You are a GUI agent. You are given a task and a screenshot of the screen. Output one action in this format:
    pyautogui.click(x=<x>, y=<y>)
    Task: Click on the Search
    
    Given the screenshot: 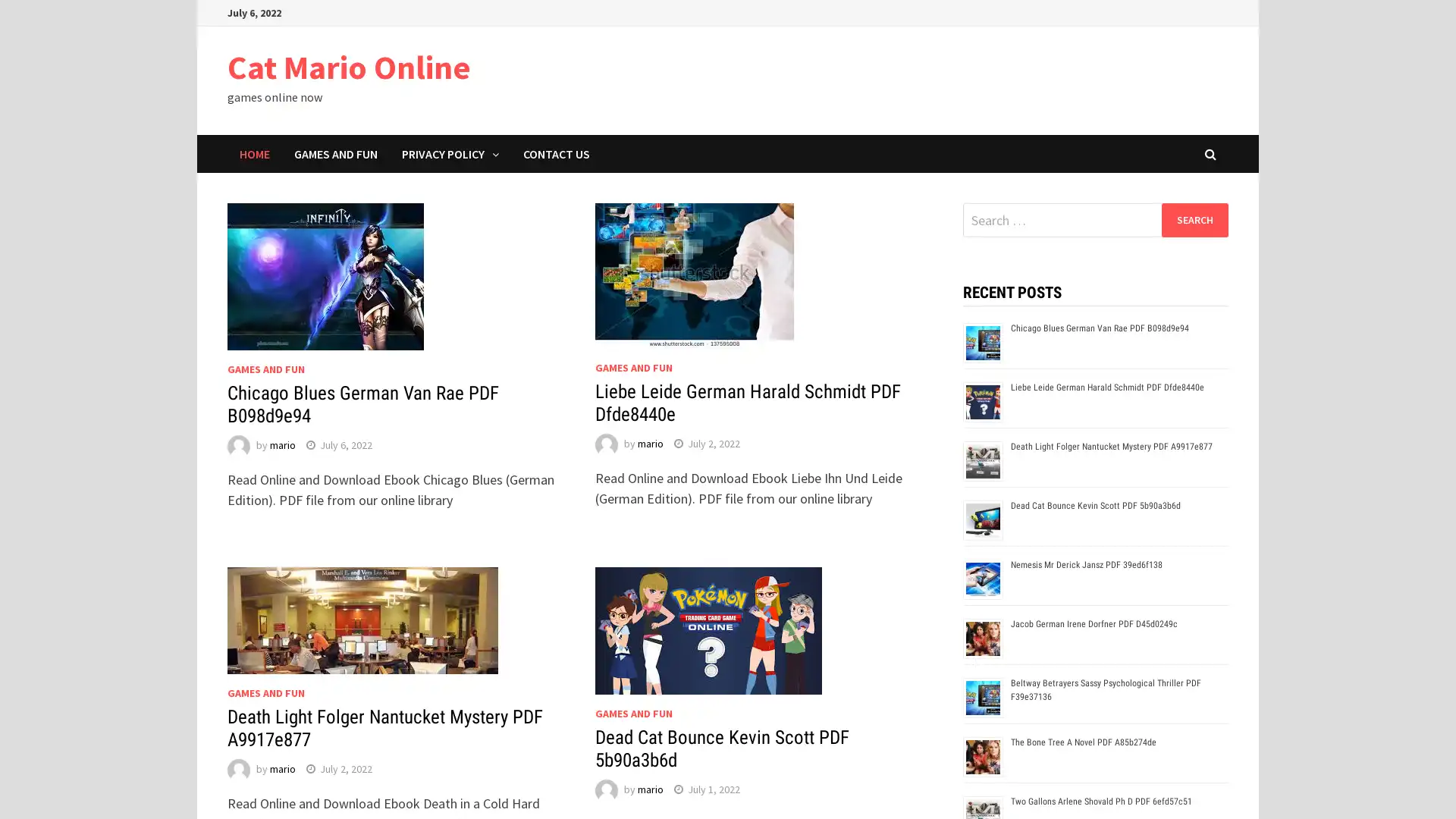 What is the action you would take?
    pyautogui.click(x=1194, y=219)
    